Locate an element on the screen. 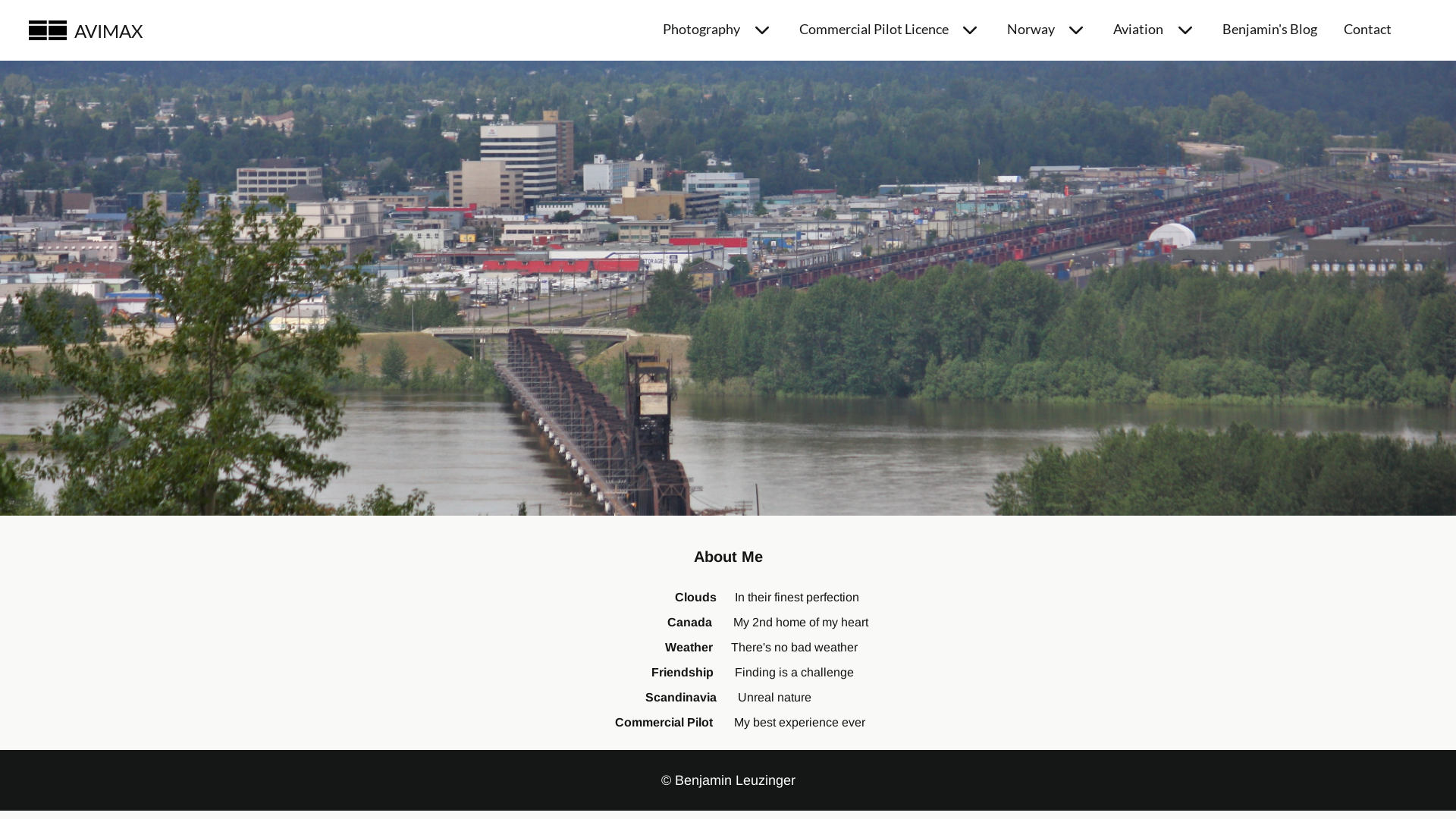 The height and width of the screenshot is (819, 1456). 'Benjamin's Blog' is located at coordinates (1269, 29).